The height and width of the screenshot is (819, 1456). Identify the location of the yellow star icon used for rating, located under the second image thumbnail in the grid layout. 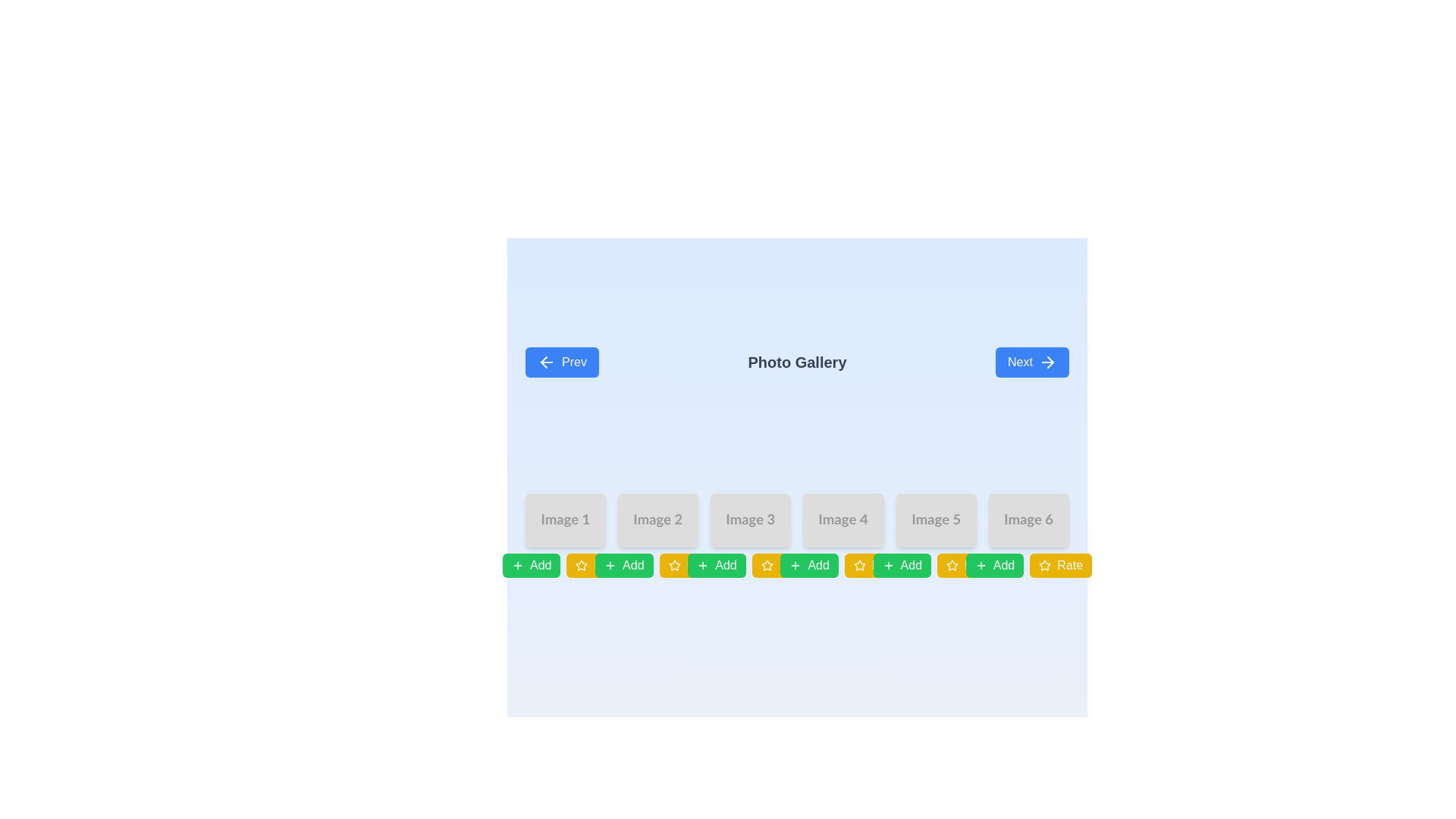
(581, 565).